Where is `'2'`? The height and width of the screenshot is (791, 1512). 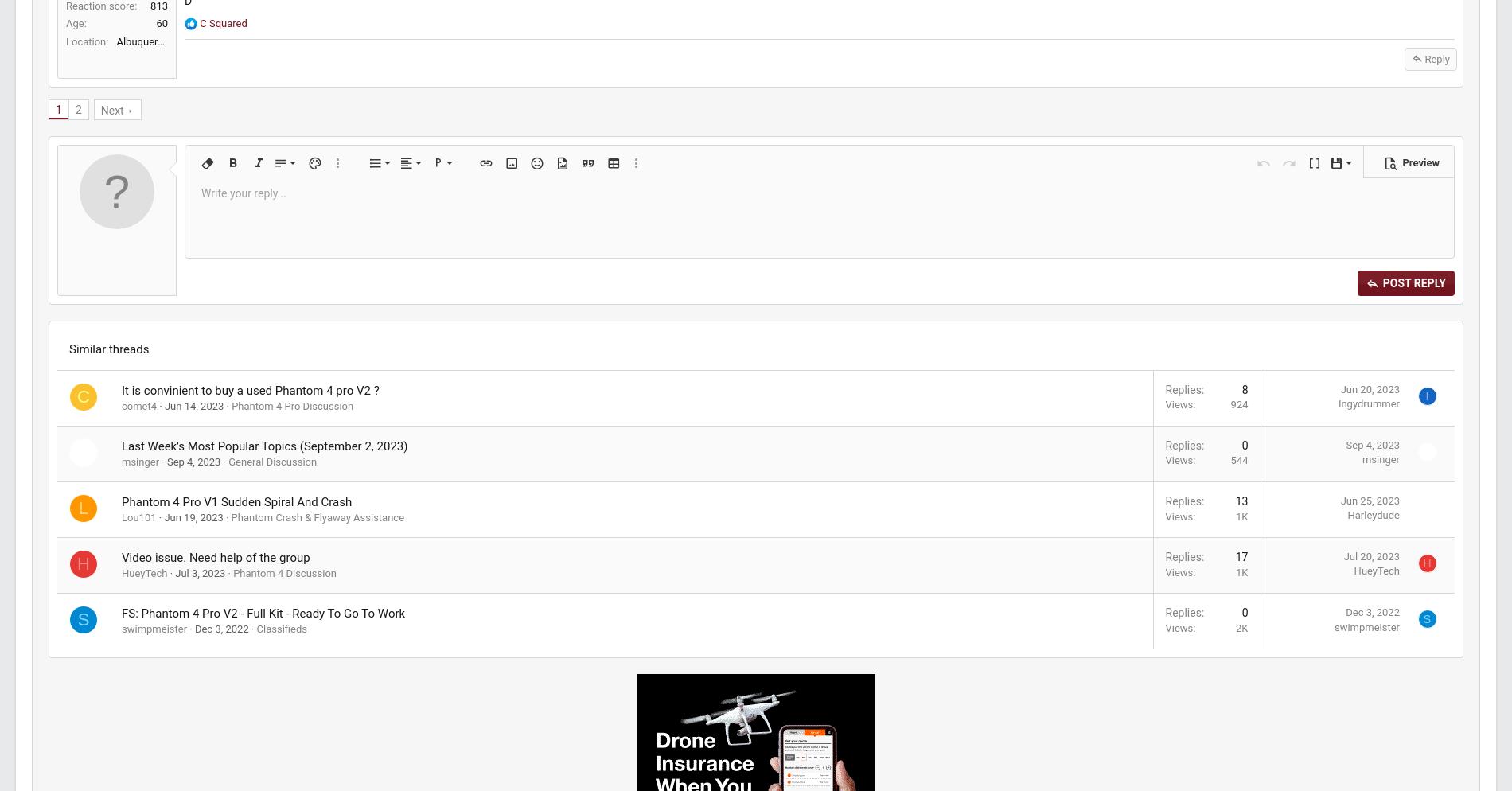
'2' is located at coordinates (115, 220).